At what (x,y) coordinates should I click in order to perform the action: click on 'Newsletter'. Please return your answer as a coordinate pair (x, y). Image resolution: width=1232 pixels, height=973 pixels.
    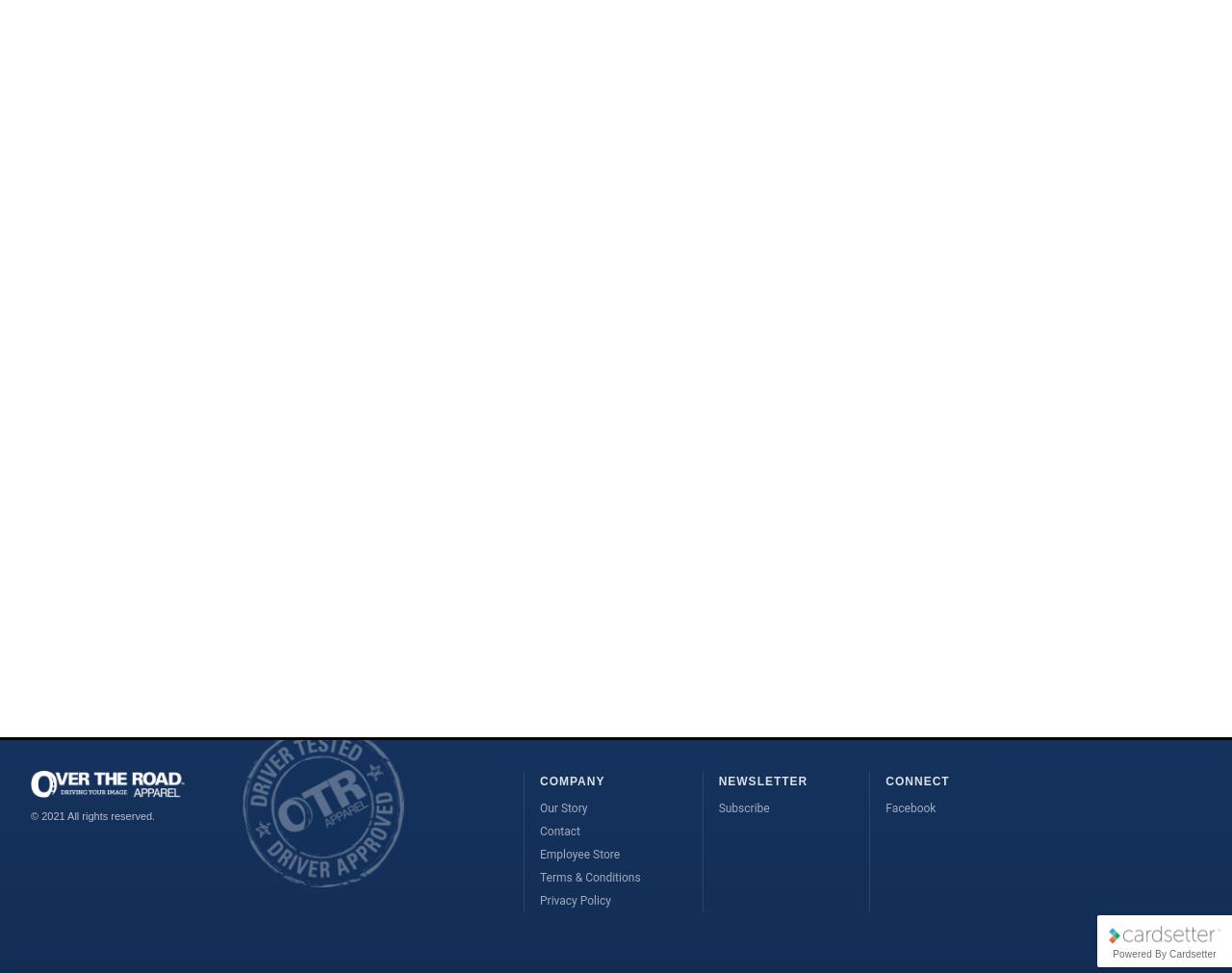
    Looking at the image, I should click on (761, 781).